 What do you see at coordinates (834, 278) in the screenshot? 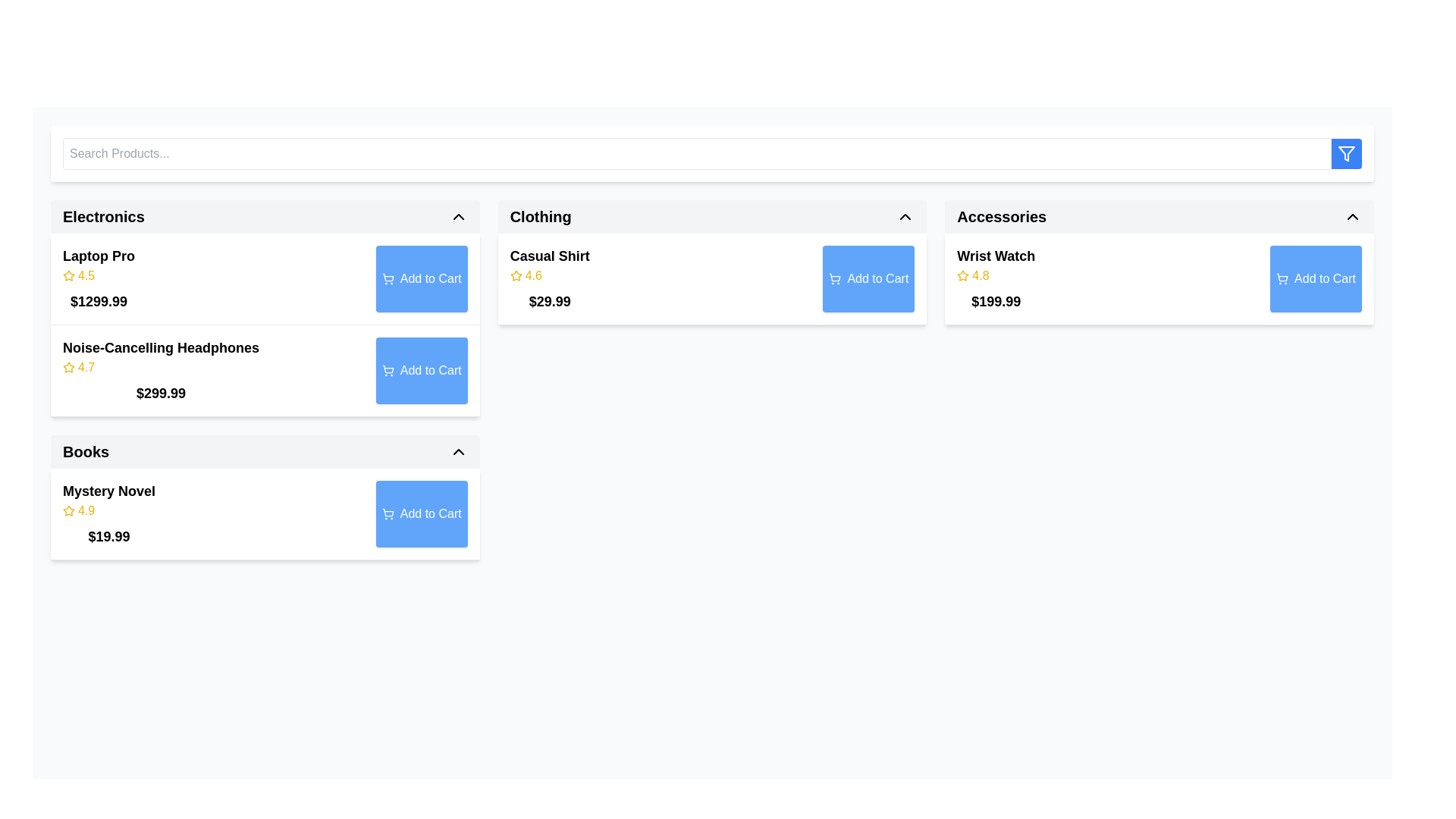
I see `the decorative icon indicating the action to add 'Casual Shirt' to the shopping cart, located in the 'Clothing' section next to the 'Add to Cart' text` at bounding box center [834, 278].